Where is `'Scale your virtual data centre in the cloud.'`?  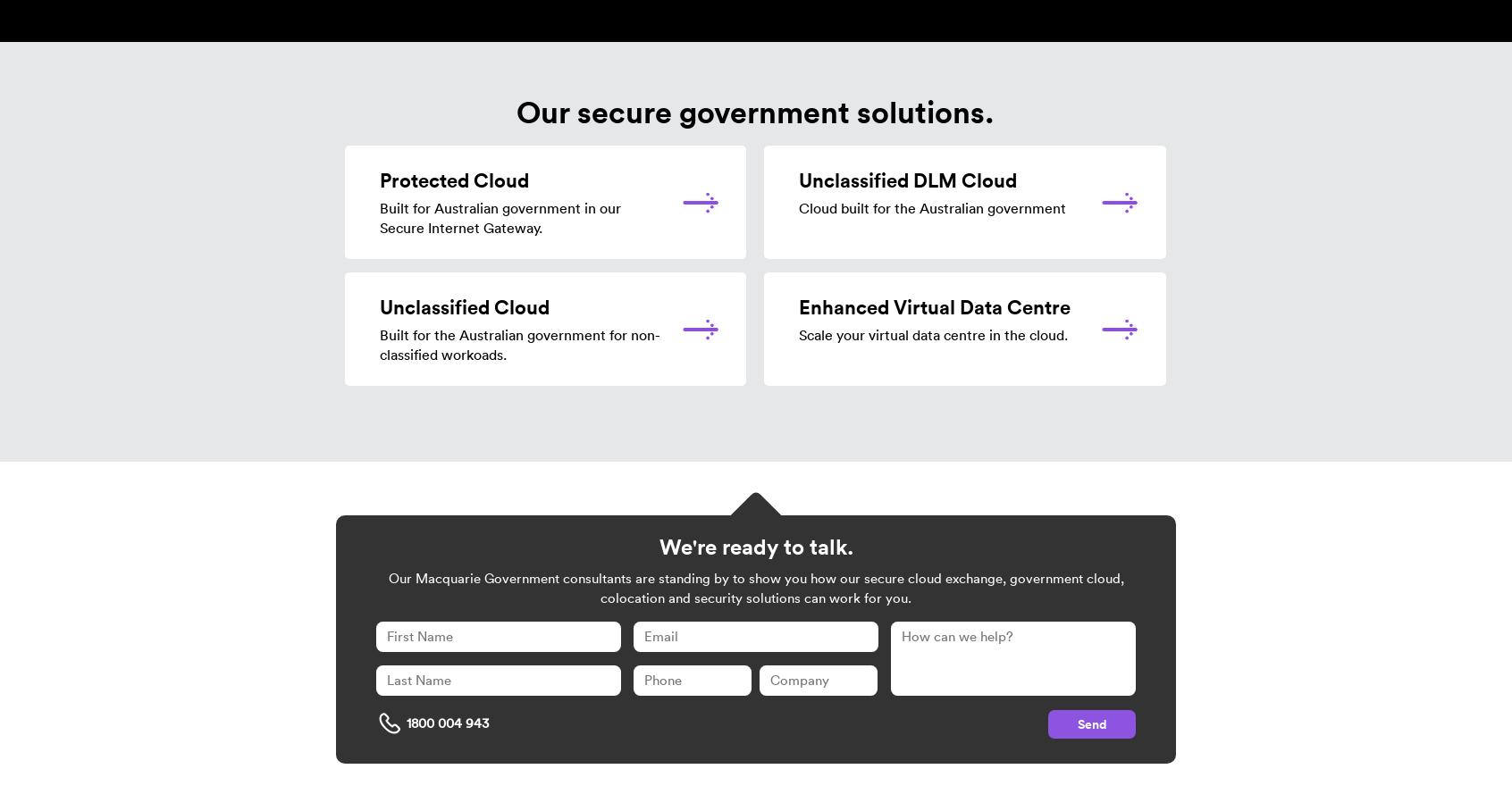
'Scale your virtual data centre in the cloud.' is located at coordinates (932, 333).